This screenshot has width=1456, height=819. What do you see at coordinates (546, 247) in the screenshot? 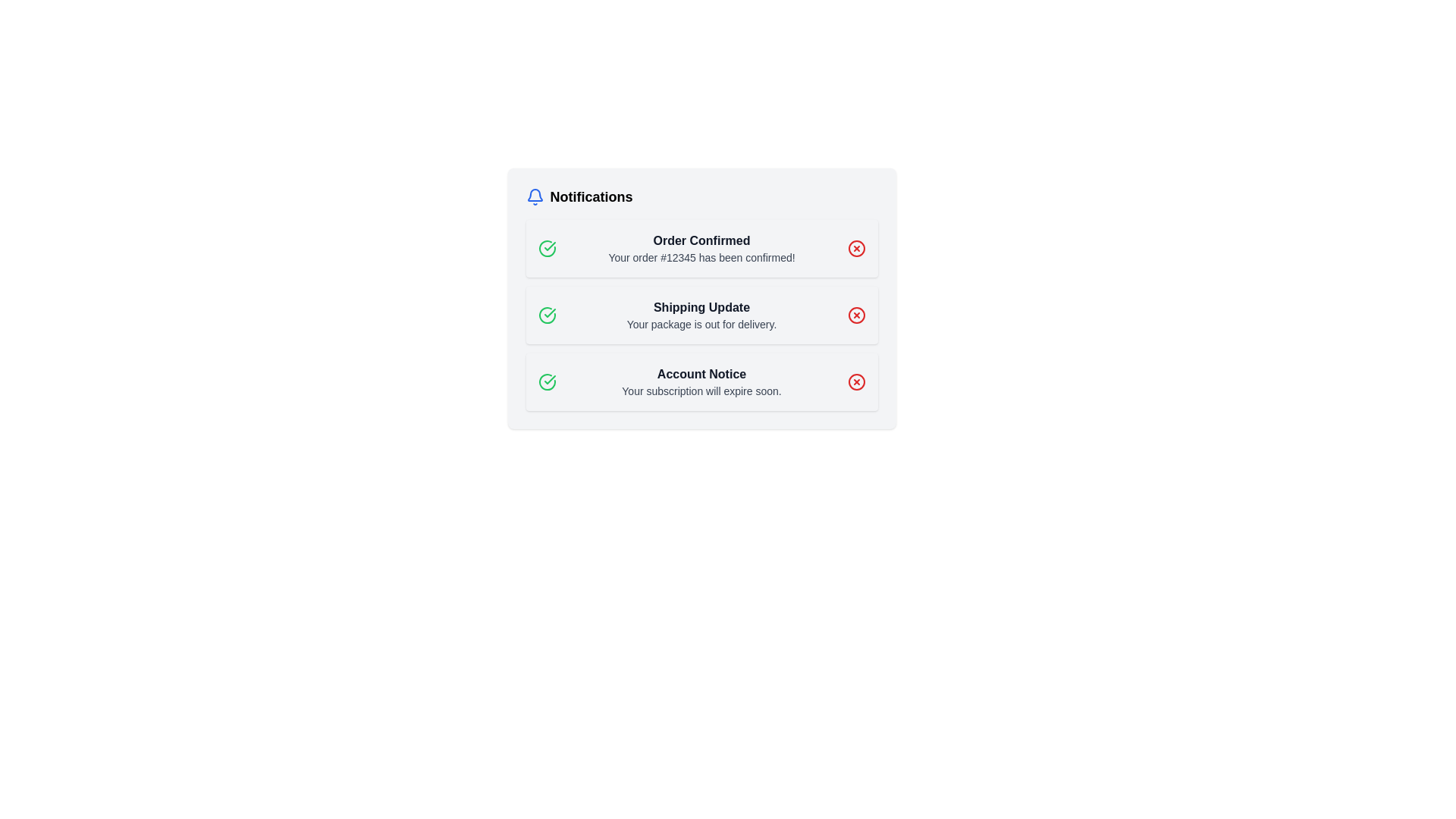
I see `the success icon indicating 'Order Confirmed' located to the left of the confirmation text in the notification box` at bounding box center [546, 247].